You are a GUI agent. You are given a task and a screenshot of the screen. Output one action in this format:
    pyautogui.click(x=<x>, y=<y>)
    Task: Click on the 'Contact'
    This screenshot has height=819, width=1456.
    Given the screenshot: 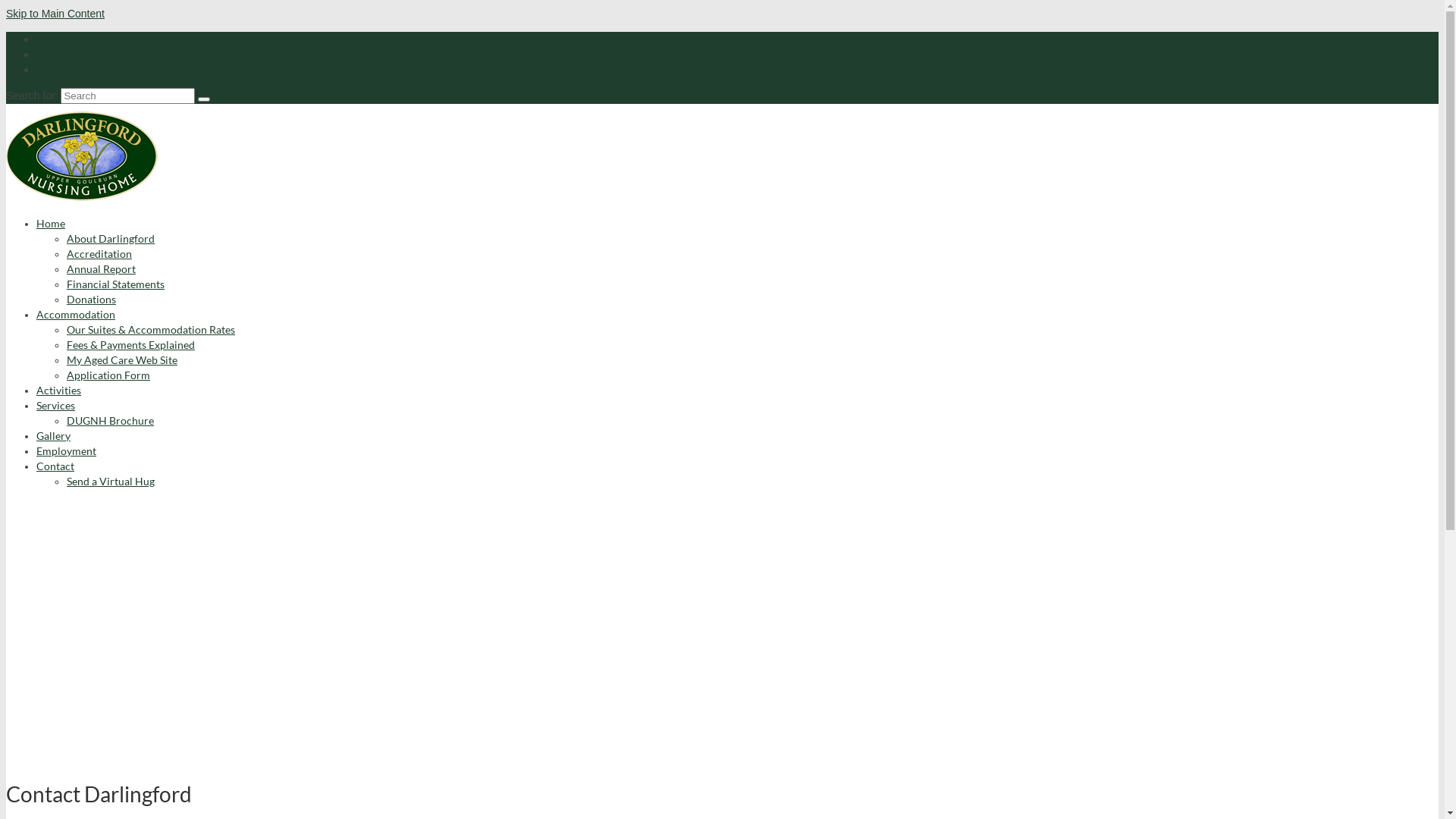 What is the action you would take?
    pyautogui.click(x=36, y=465)
    